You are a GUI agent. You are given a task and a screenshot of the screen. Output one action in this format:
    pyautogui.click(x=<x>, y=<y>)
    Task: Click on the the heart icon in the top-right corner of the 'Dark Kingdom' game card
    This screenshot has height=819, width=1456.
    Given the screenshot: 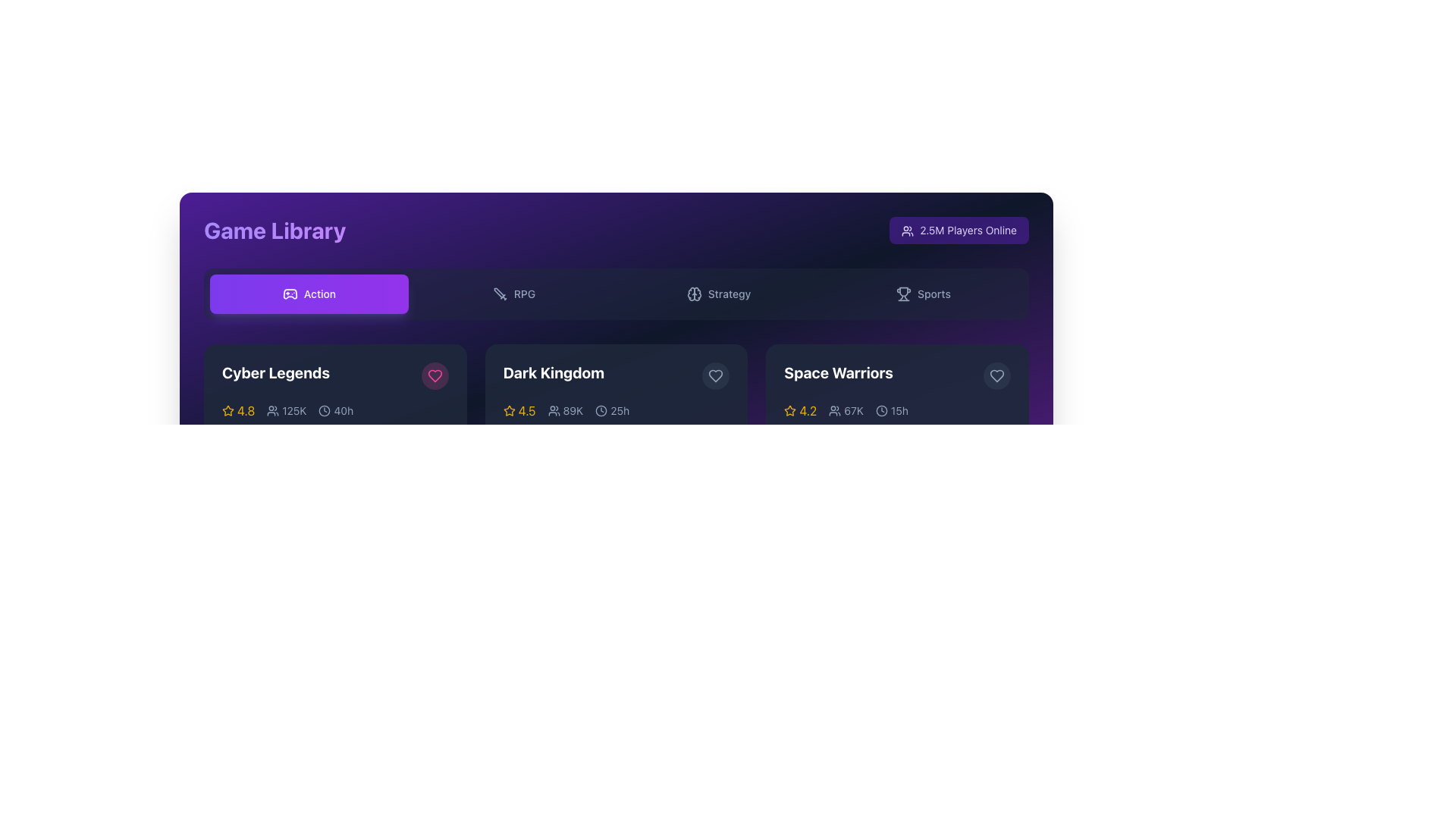 What is the action you would take?
    pyautogui.click(x=715, y=375)
    